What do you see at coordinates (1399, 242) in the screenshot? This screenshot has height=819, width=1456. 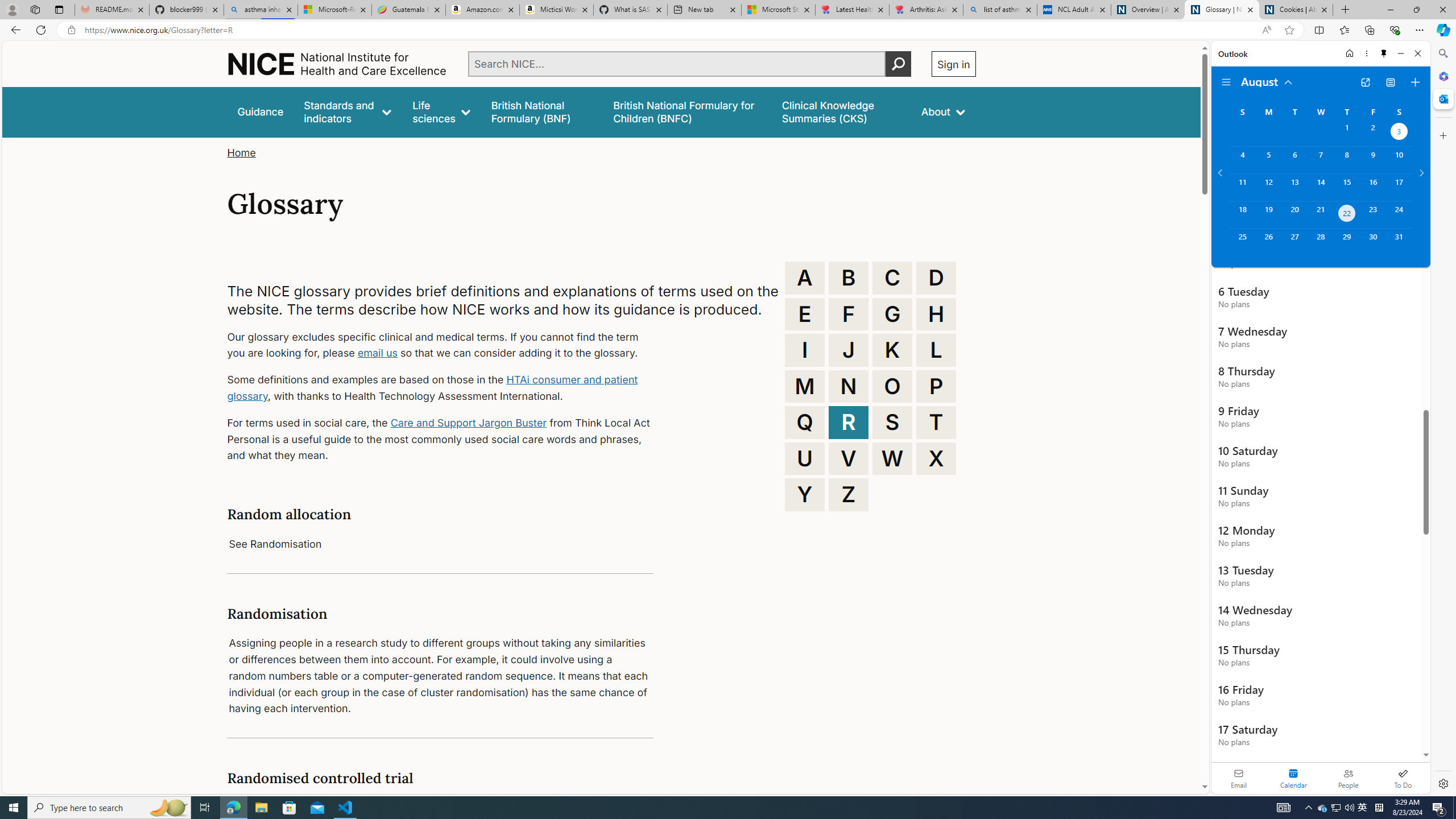 I see `'Saturday, August 31, 2024. '` at bounding box center [1399, 242].